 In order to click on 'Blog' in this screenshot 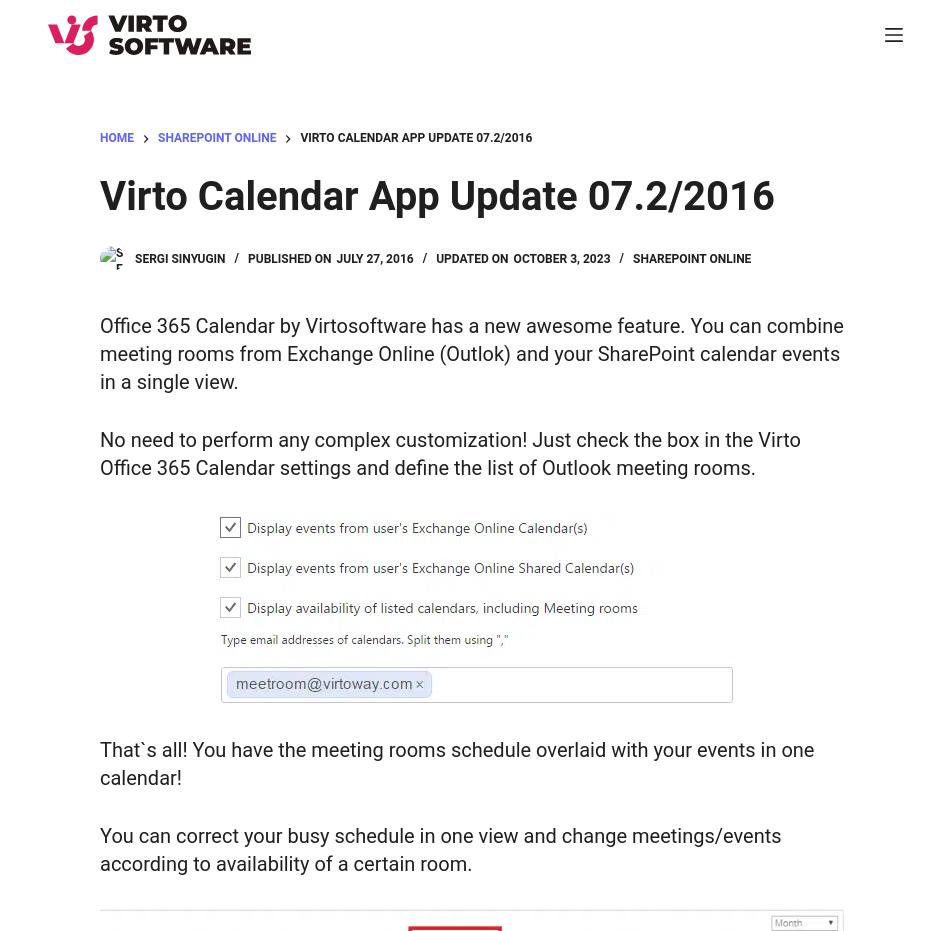, I will do `click(66, 828)`.